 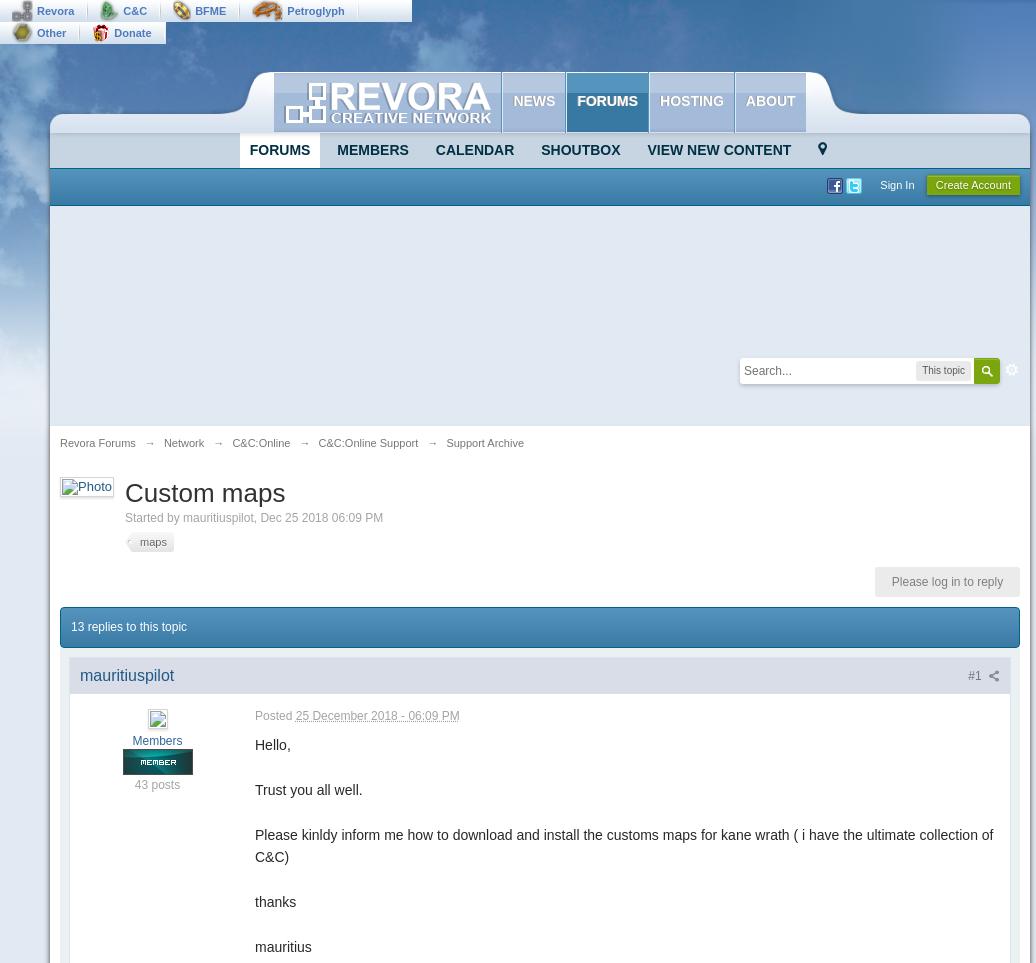 I want to click on 'Other', so click(x=51, y=32).